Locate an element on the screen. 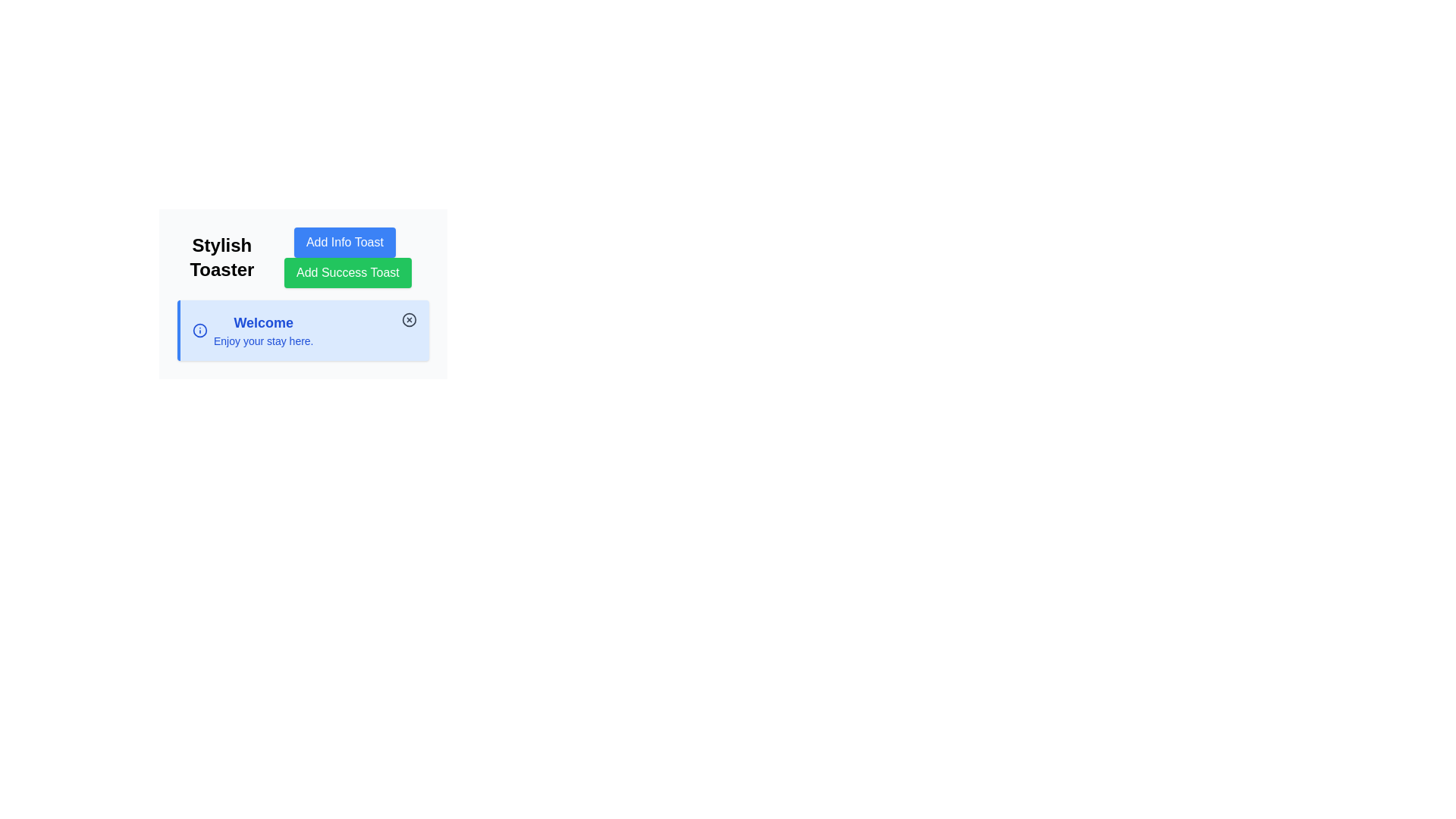 The height and width of the screenshot is (819, 1456). the small circular icon with a bold outline located to the left of the notification block containing the text 'Welcome Enjoy your stay here.' is located at coordinates (199, 329).